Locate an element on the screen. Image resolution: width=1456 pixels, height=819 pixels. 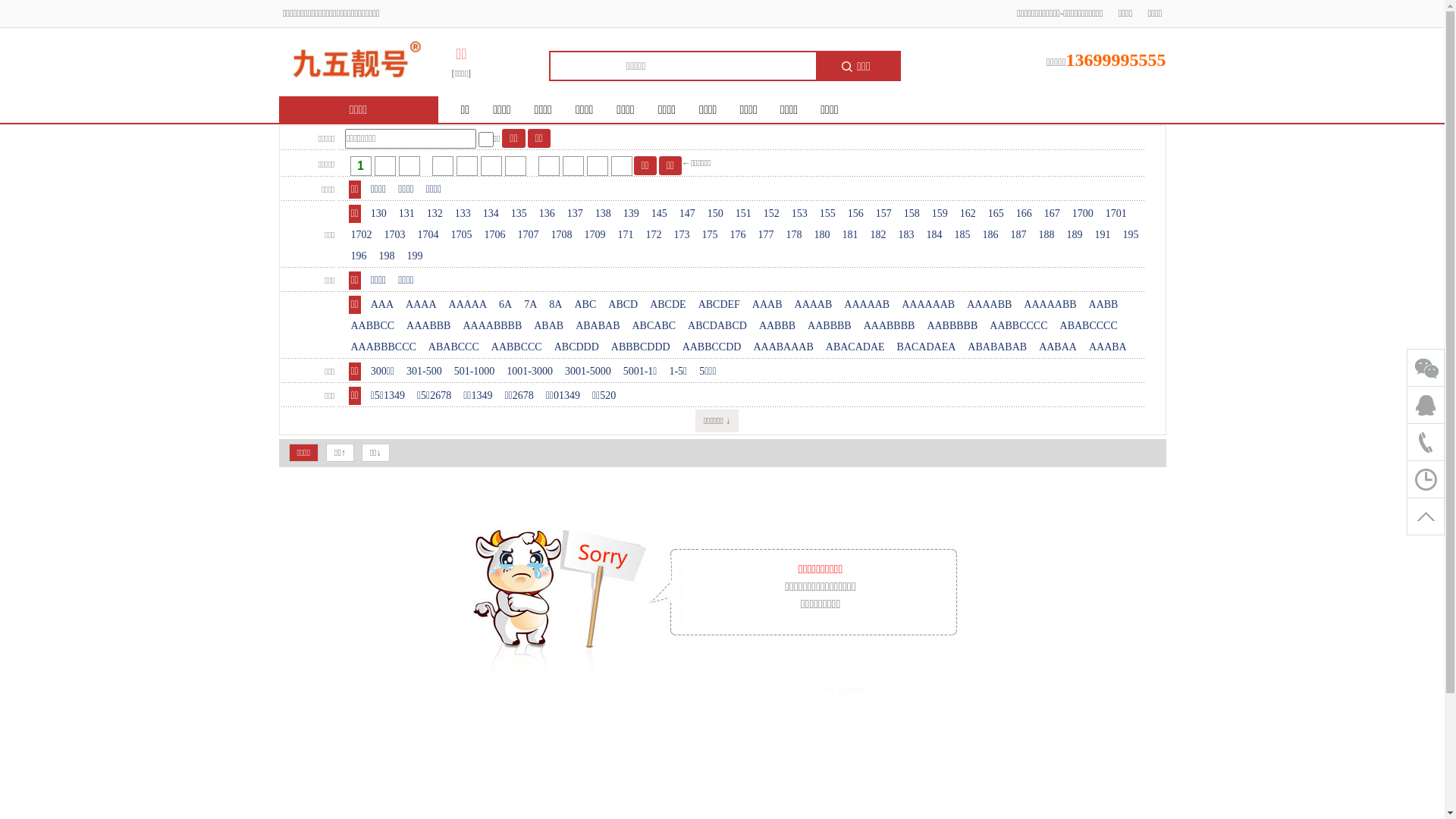
'301-500' is located at coordinates (424, 371).